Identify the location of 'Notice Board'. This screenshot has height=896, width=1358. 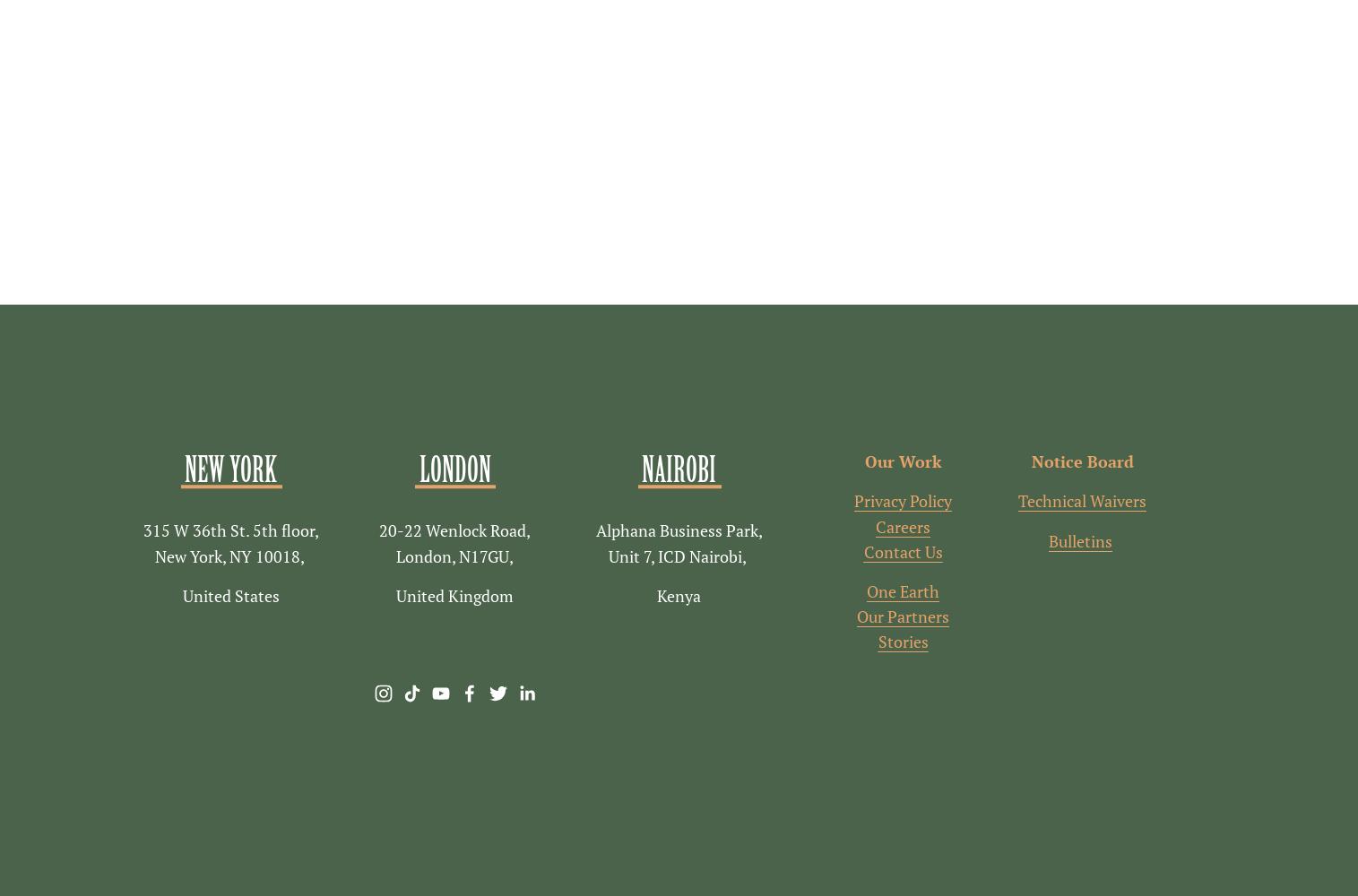
(1081, 461).